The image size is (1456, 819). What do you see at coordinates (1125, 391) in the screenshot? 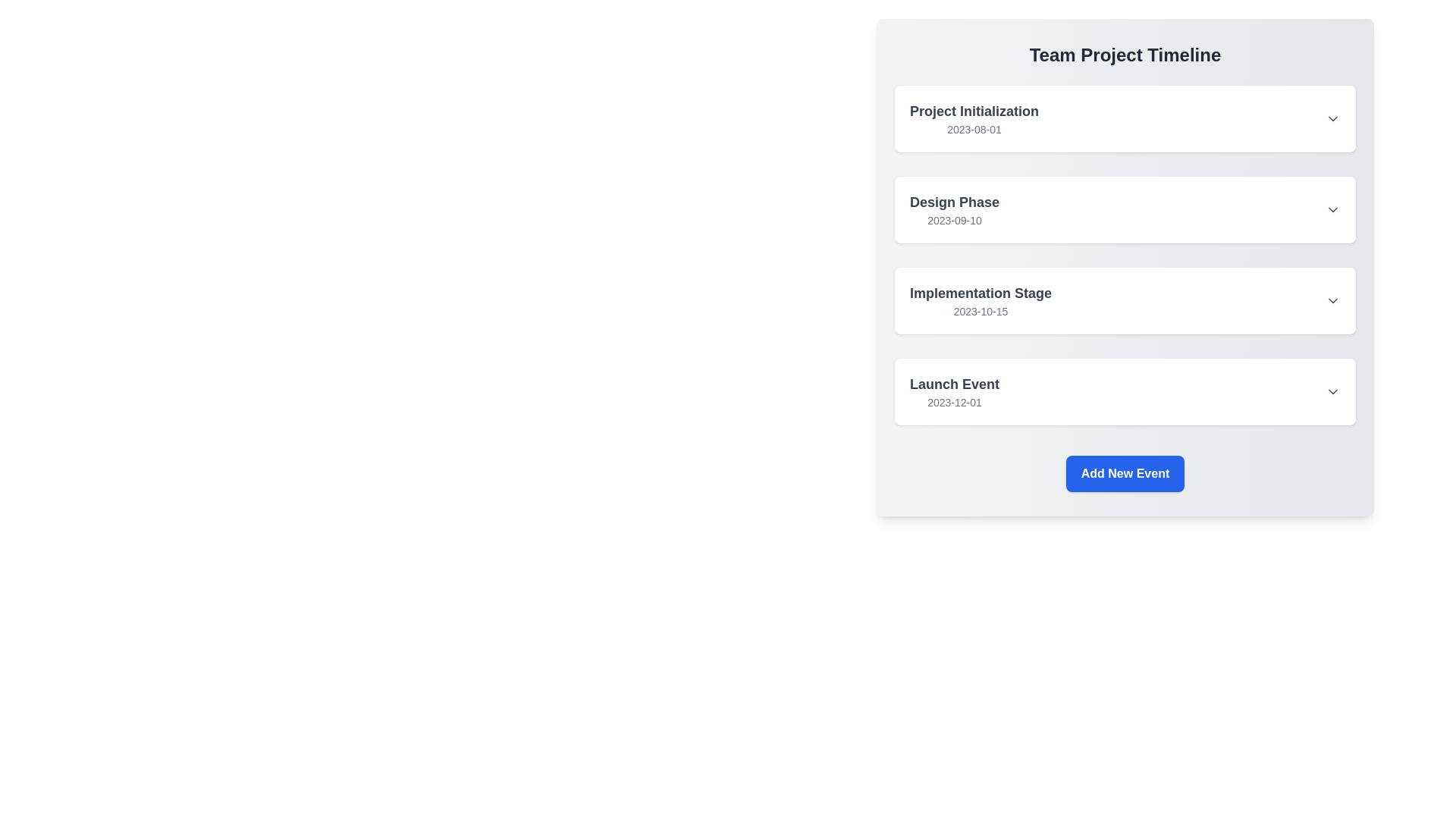
I see `the Timeline event item titled 'Launch Event' with the date '2023-12-01'` at bounding box center [1125, 391].